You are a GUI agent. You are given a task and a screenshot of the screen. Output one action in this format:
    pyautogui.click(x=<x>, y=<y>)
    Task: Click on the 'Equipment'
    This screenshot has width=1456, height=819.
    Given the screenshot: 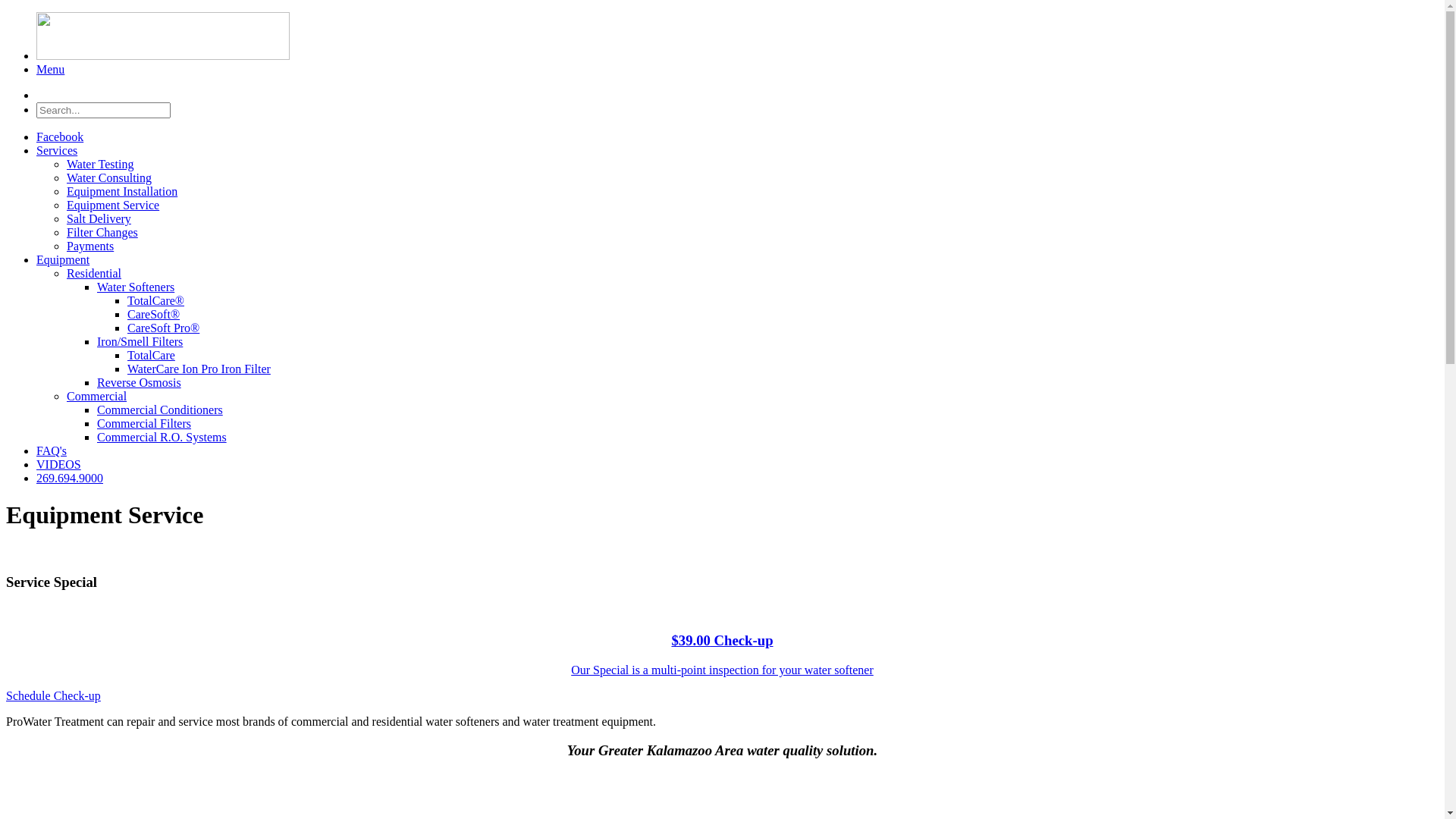 What is the action you would take?
    pyautogui.click(x=61, y=259)
    